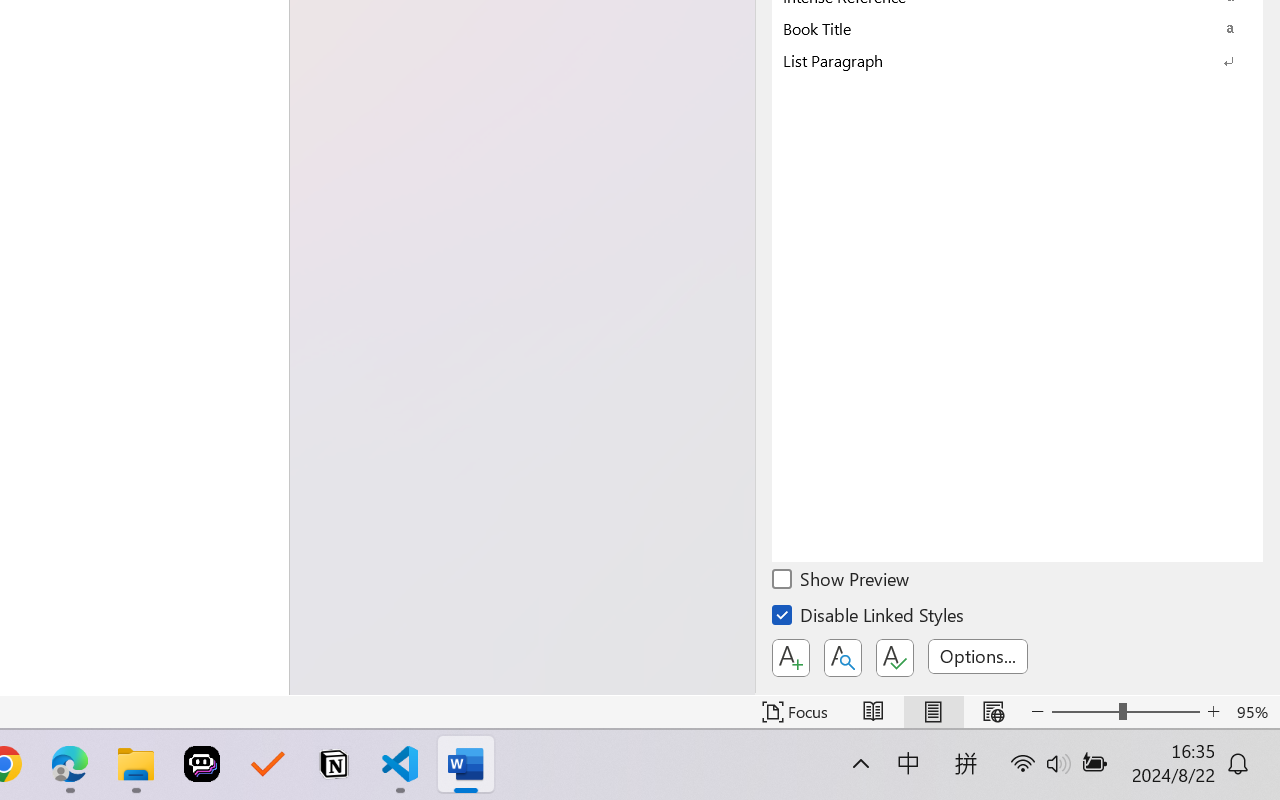  Describe the element at coordinates (977, 655) in the screenshot. I see `'Options...'` at that location.